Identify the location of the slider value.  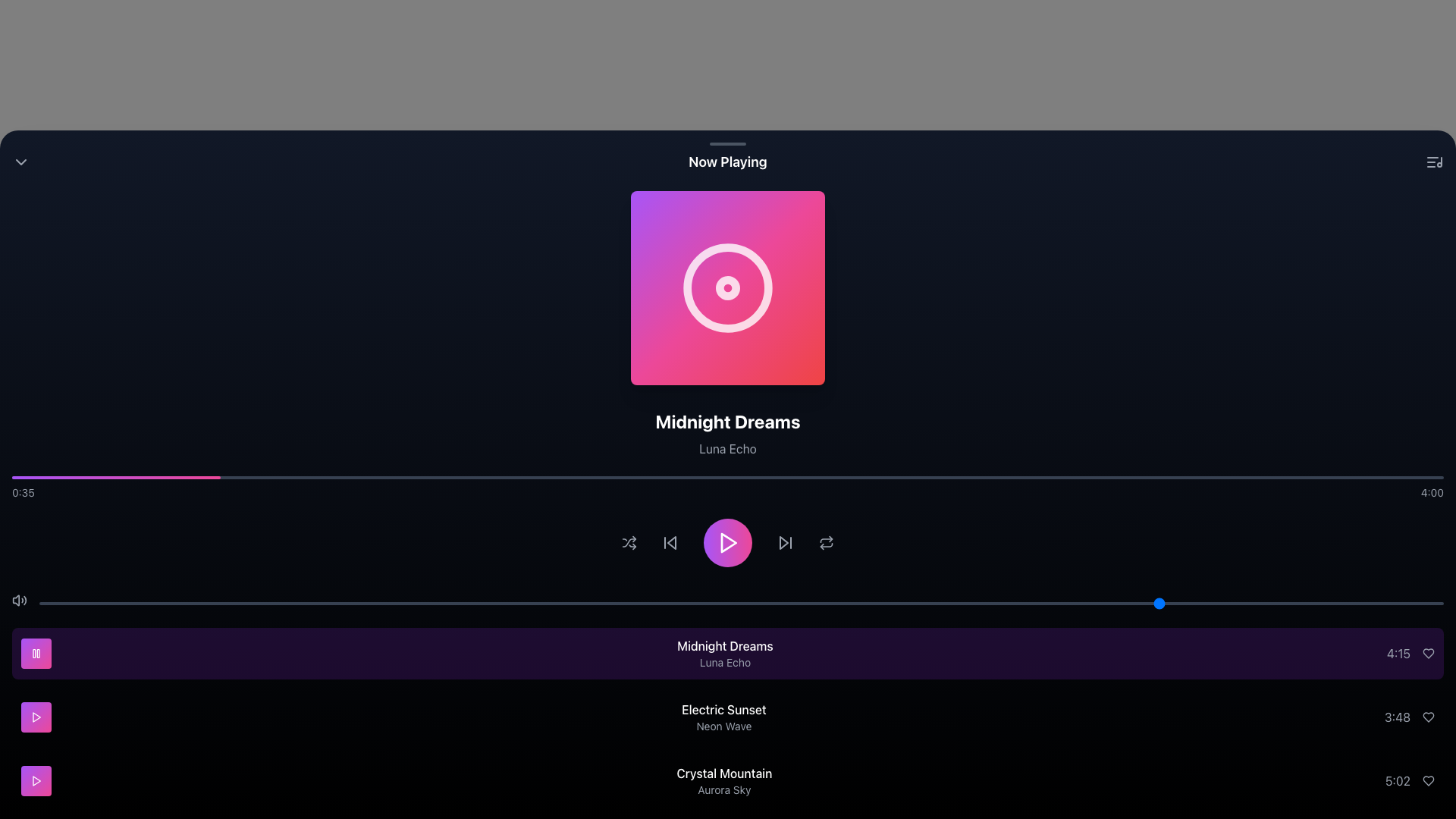
(698, 602).